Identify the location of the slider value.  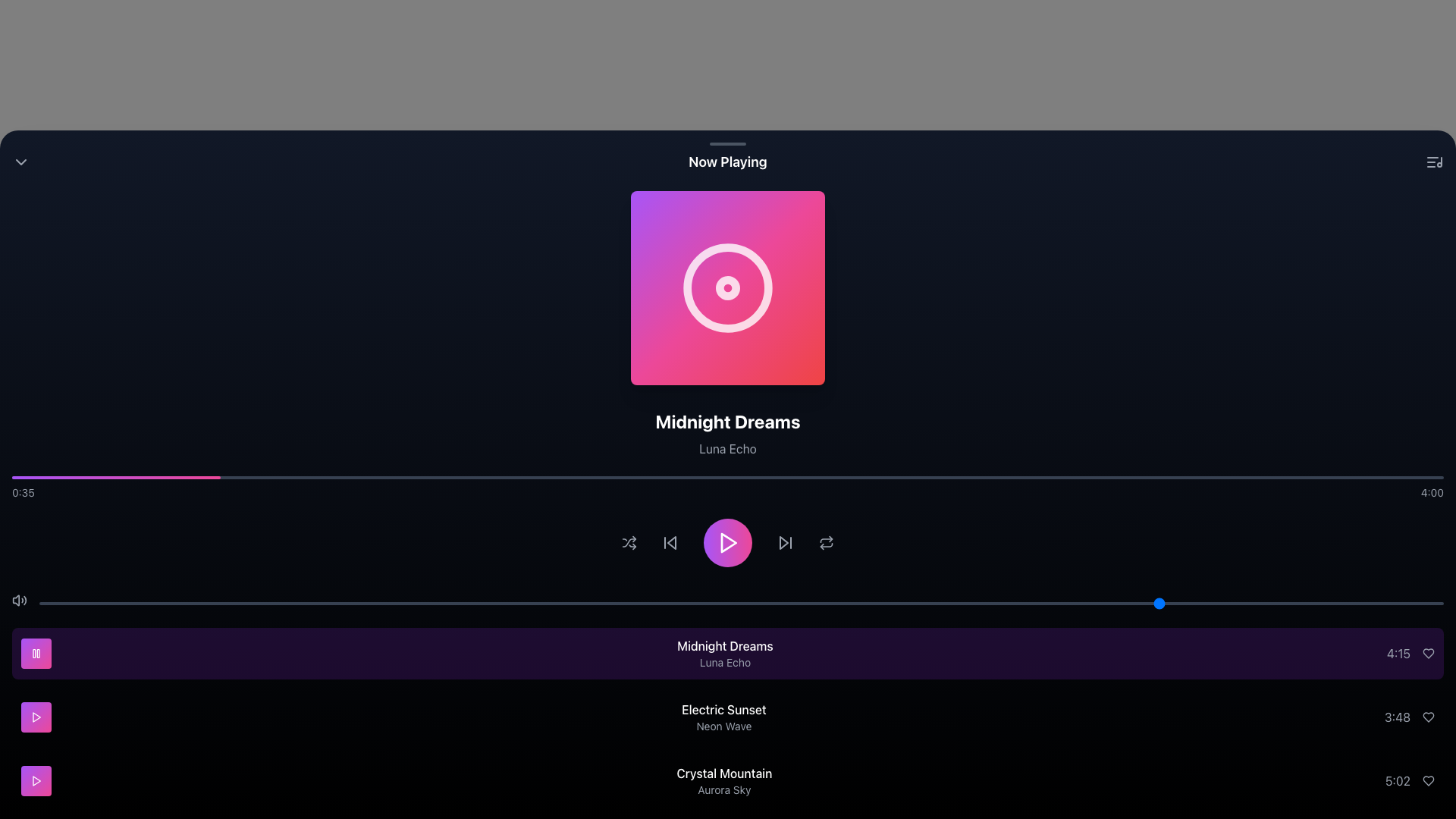
(698, 602).